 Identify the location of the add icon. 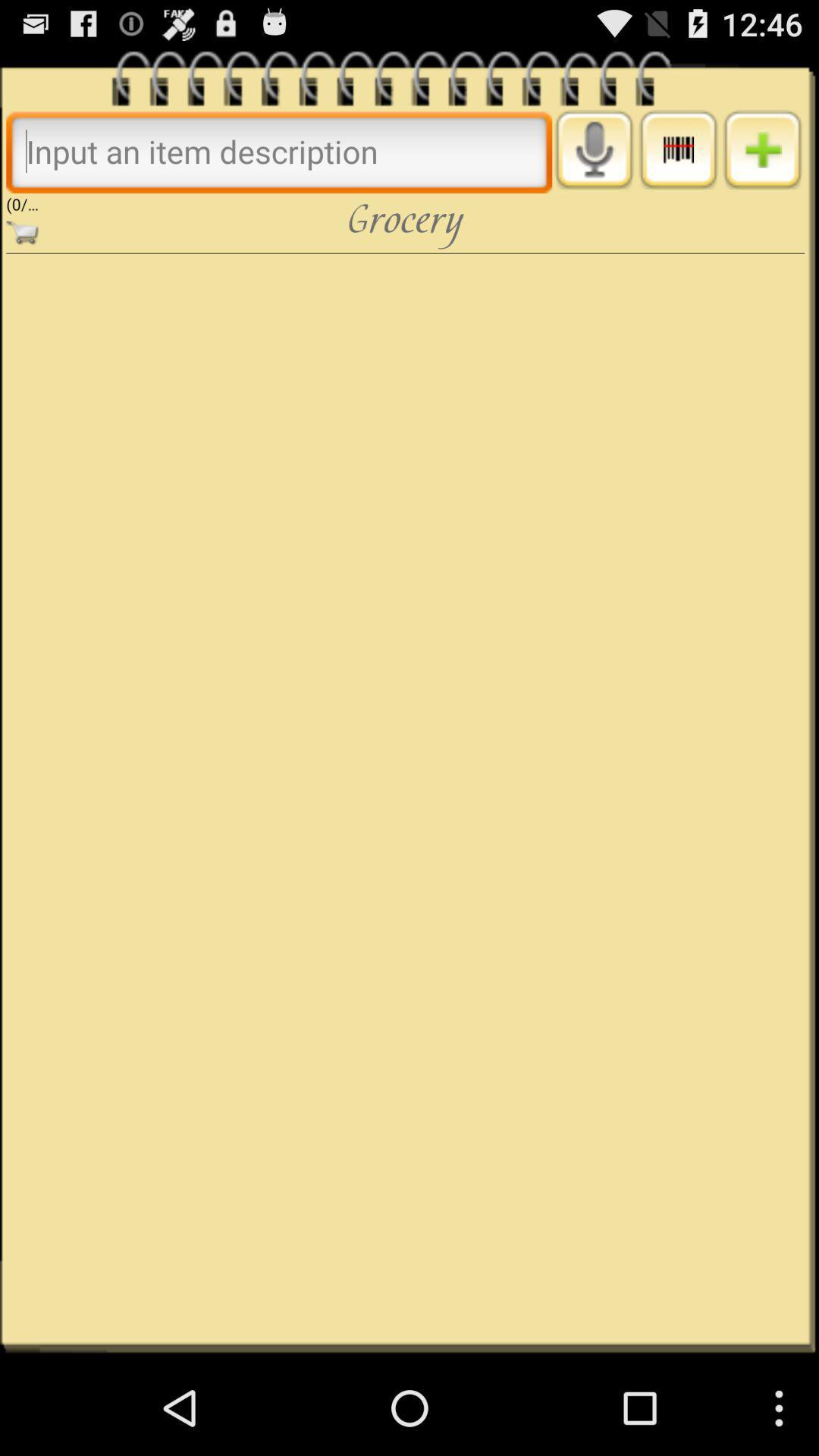
(762, 160).